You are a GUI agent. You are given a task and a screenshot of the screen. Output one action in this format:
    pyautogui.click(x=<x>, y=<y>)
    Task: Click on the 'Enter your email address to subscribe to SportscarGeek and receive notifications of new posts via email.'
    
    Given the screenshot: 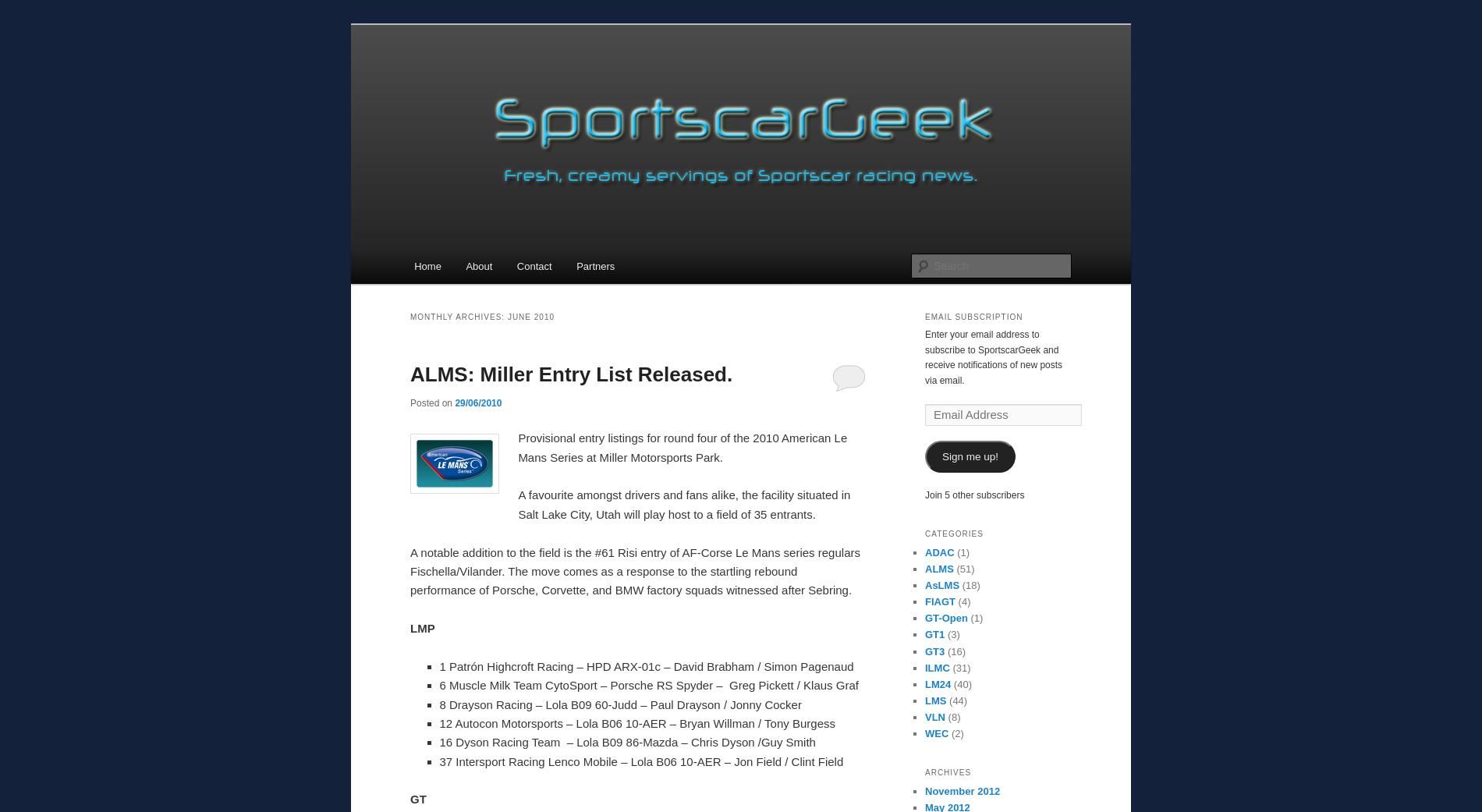 What is the action you would take?
    pyautogui.click(x=992, y=356)
    